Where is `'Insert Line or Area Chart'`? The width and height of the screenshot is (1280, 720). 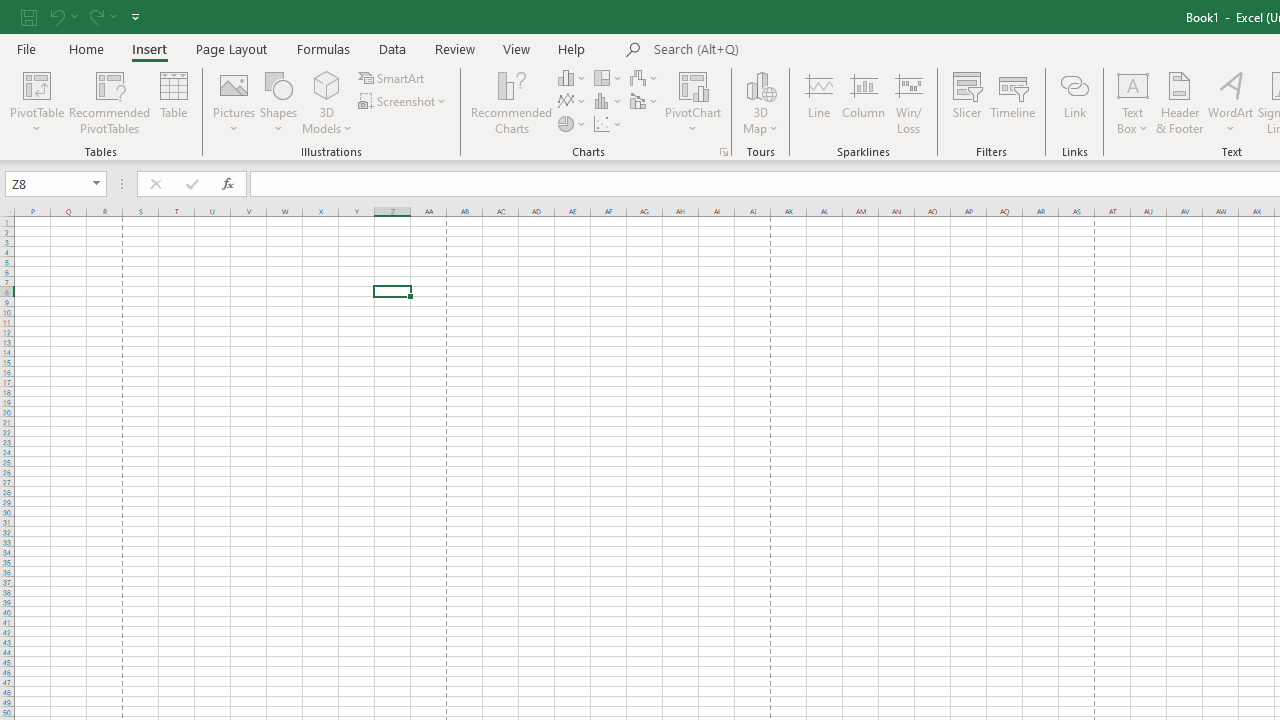
'Insert Line or Area Chart' is located at coordinates (572, 101).